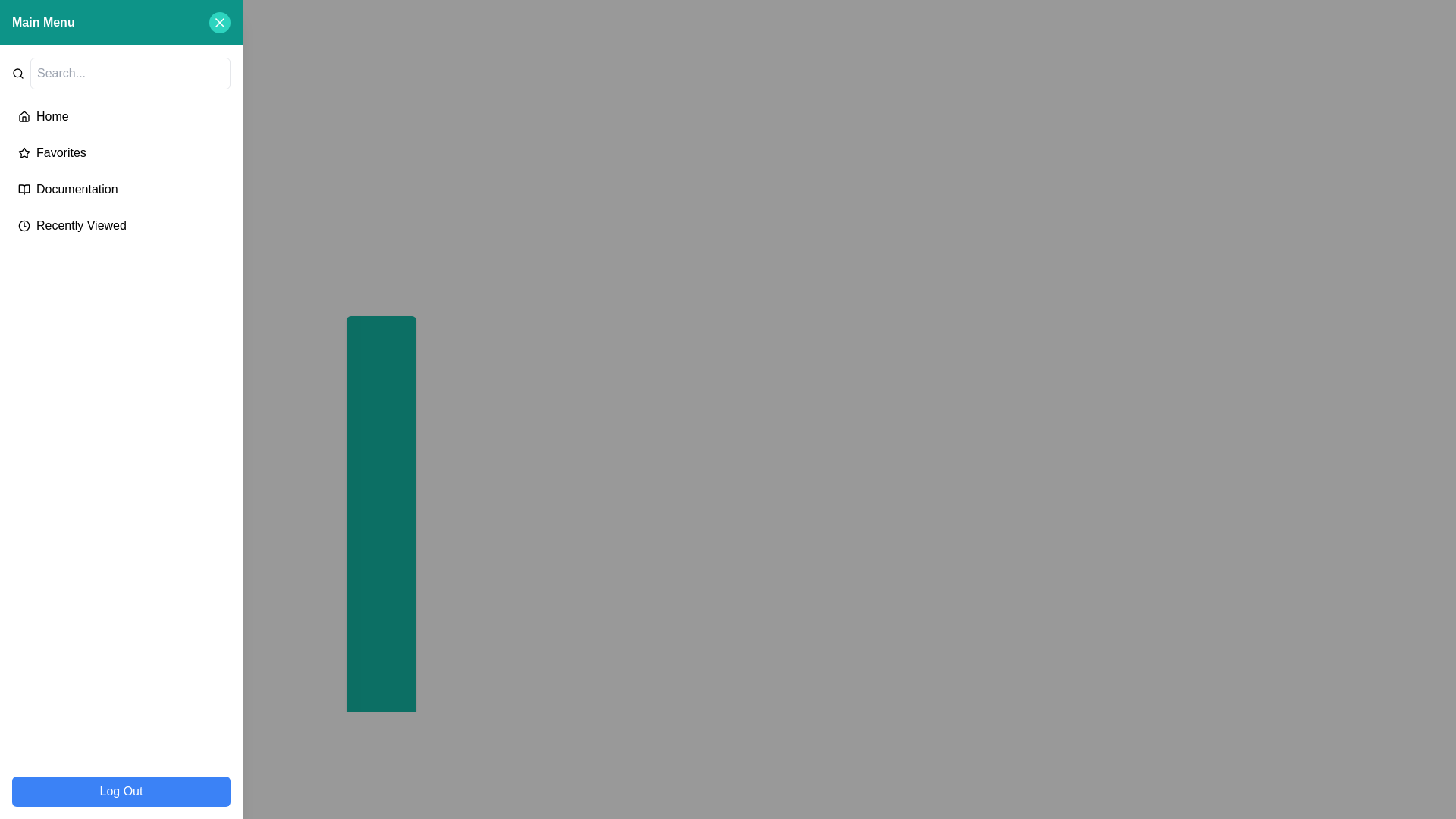  Describe the element at coordinates (218, 23) in the screenshot. I see `the close button located in the header region of the sidebar menu, adjacent to the 'Main Menu' title` at that location.